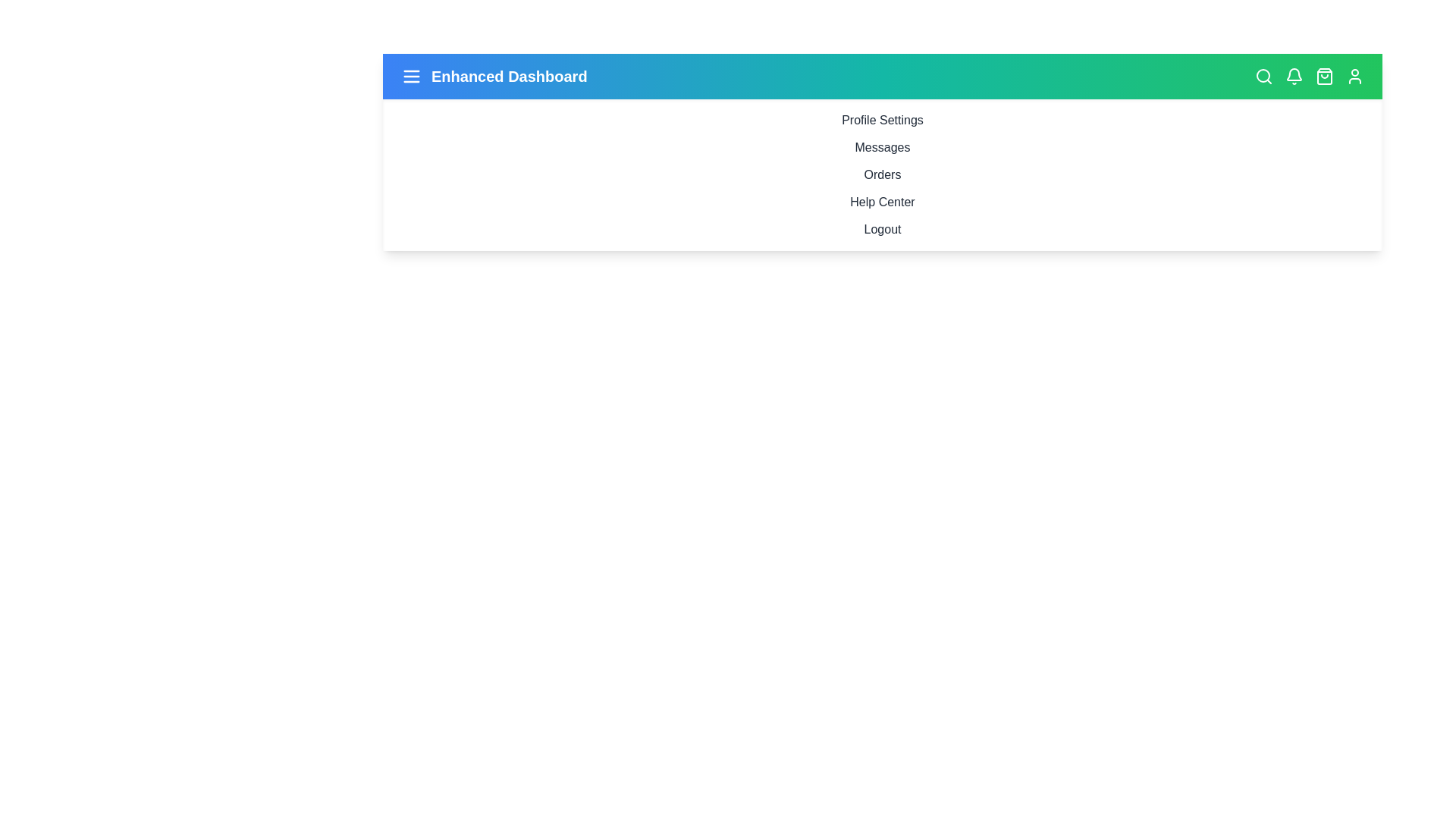 The image size is (1456, 819). Describe the element at coordinates (1294, 76) in the screenshot. I see `the bell icon to display its tooltip or visual feedback` at that location.